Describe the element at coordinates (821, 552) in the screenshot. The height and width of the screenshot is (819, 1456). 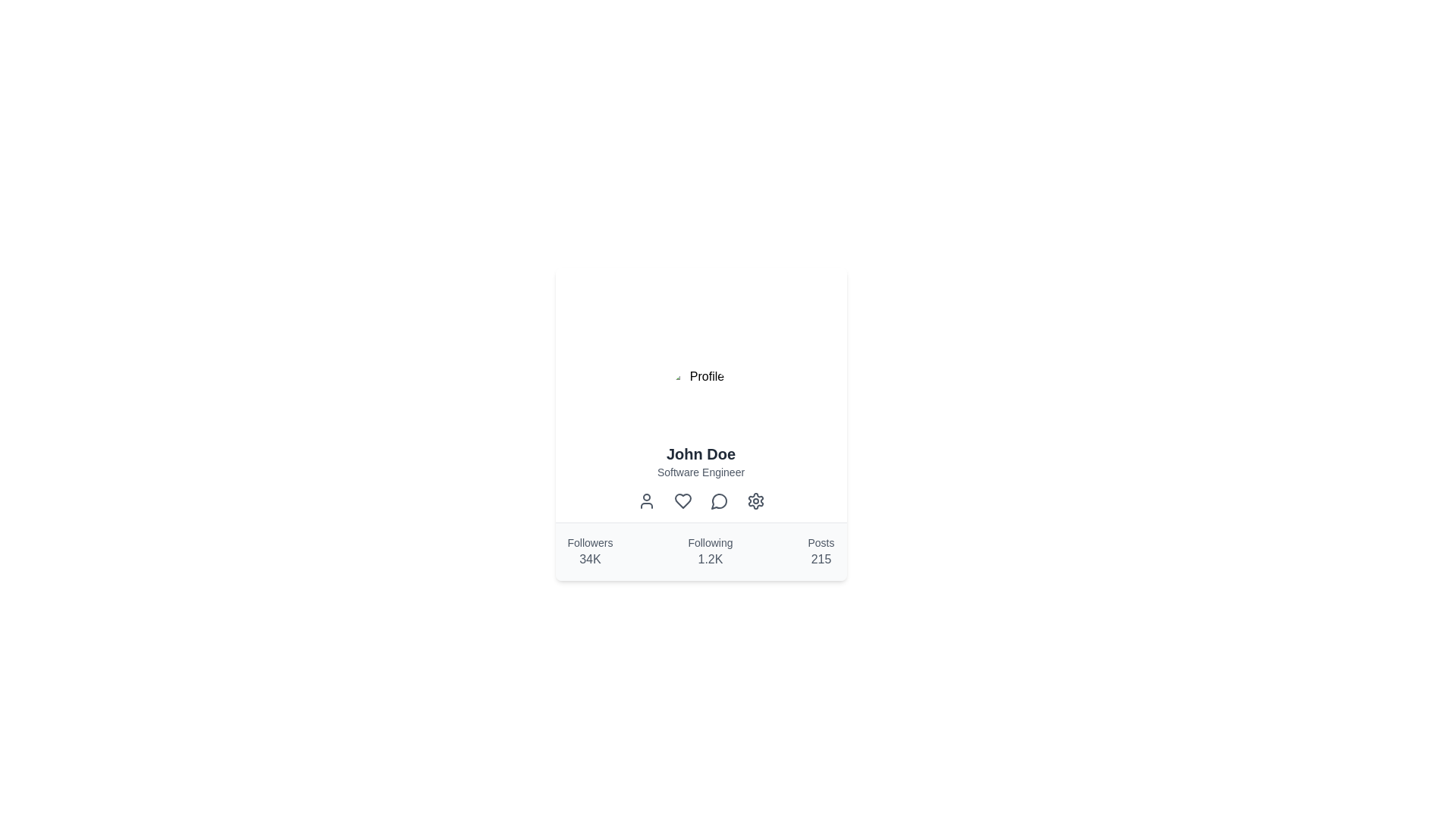
I see `the informational text display showing 'Posts' and '215', located at the far right of the card` at that location.